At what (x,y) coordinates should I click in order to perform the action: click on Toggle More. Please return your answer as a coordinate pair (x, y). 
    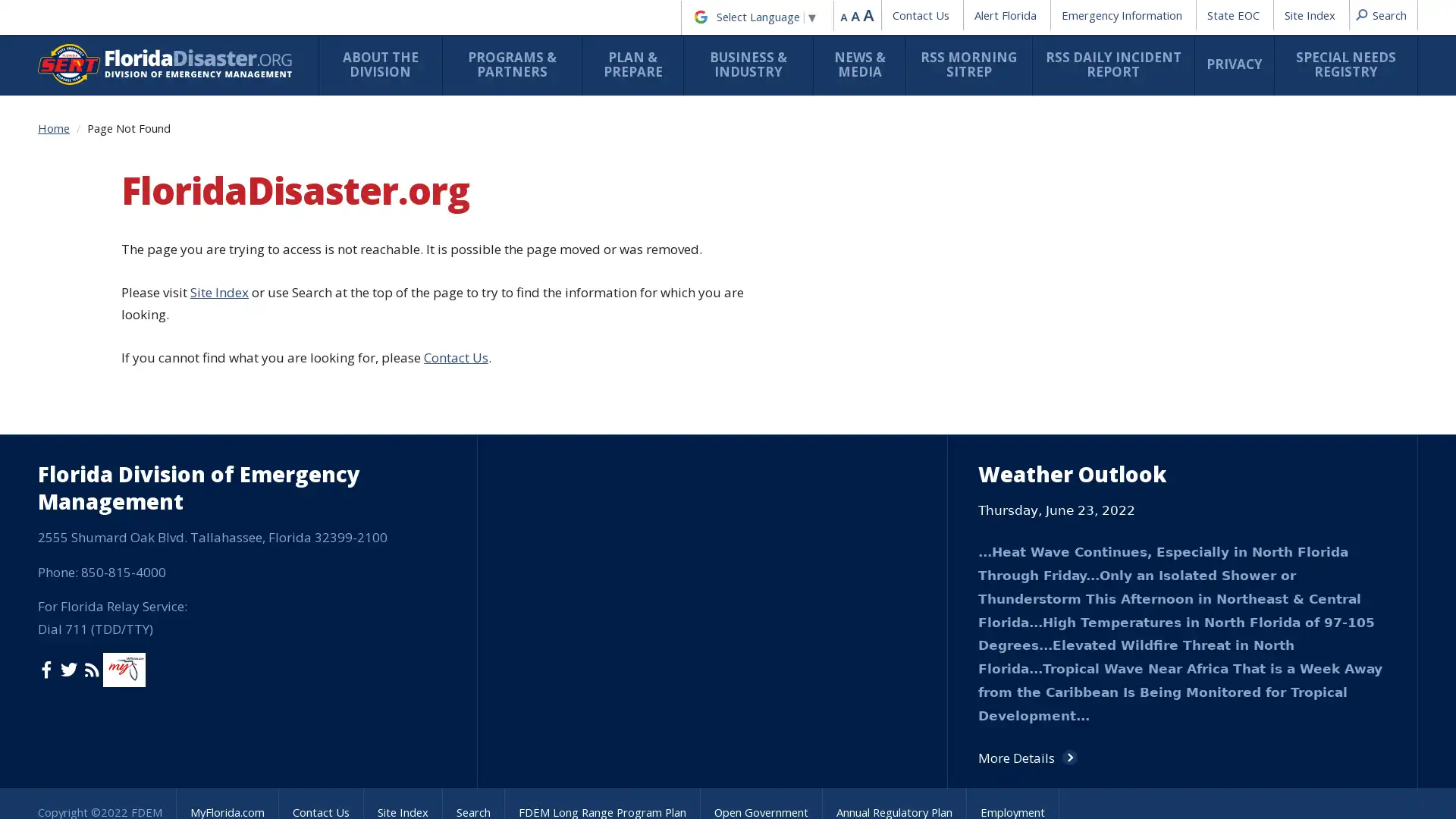
    Looking at the image, I should click on (607, 512).